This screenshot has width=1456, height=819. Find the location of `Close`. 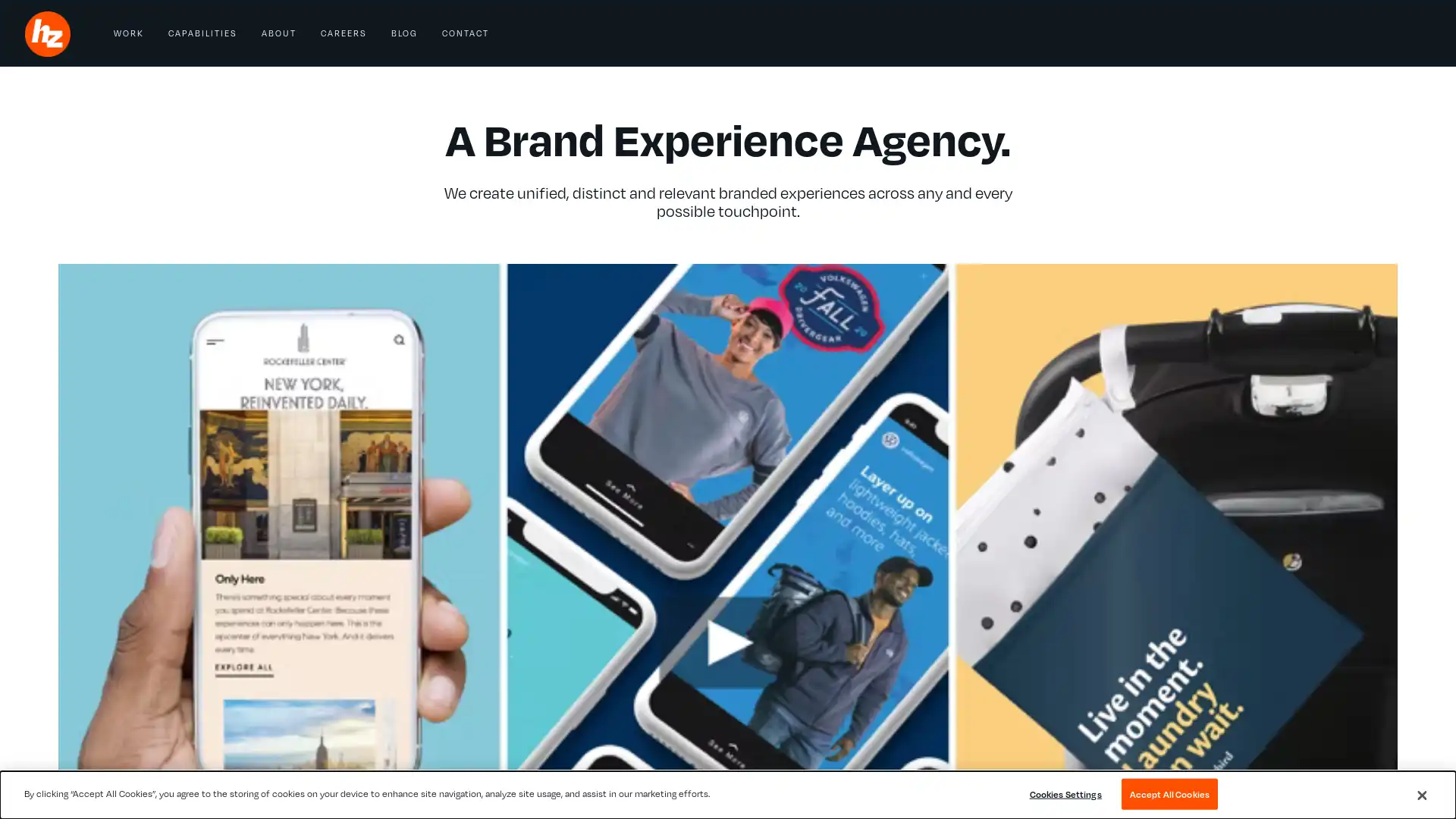

Close is located at coordinates (1420, 794).